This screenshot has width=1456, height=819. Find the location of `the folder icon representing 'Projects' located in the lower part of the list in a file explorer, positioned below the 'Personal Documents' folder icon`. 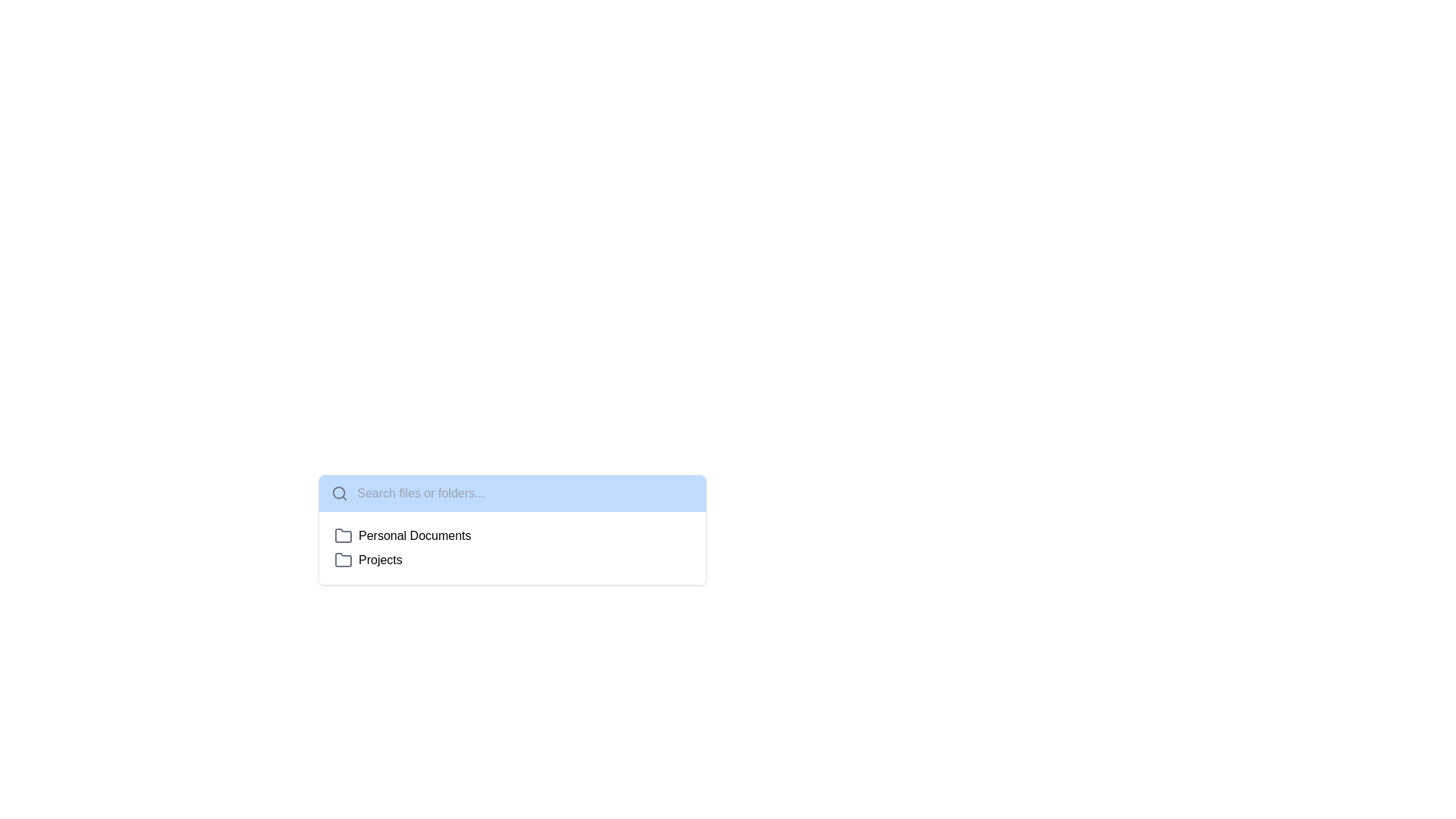

the folder icon representing 'Projects' located in the lower part of the list in a file explorer, positioned below the 'Personal Documents' folder icon is located at coordinates (342, 559).